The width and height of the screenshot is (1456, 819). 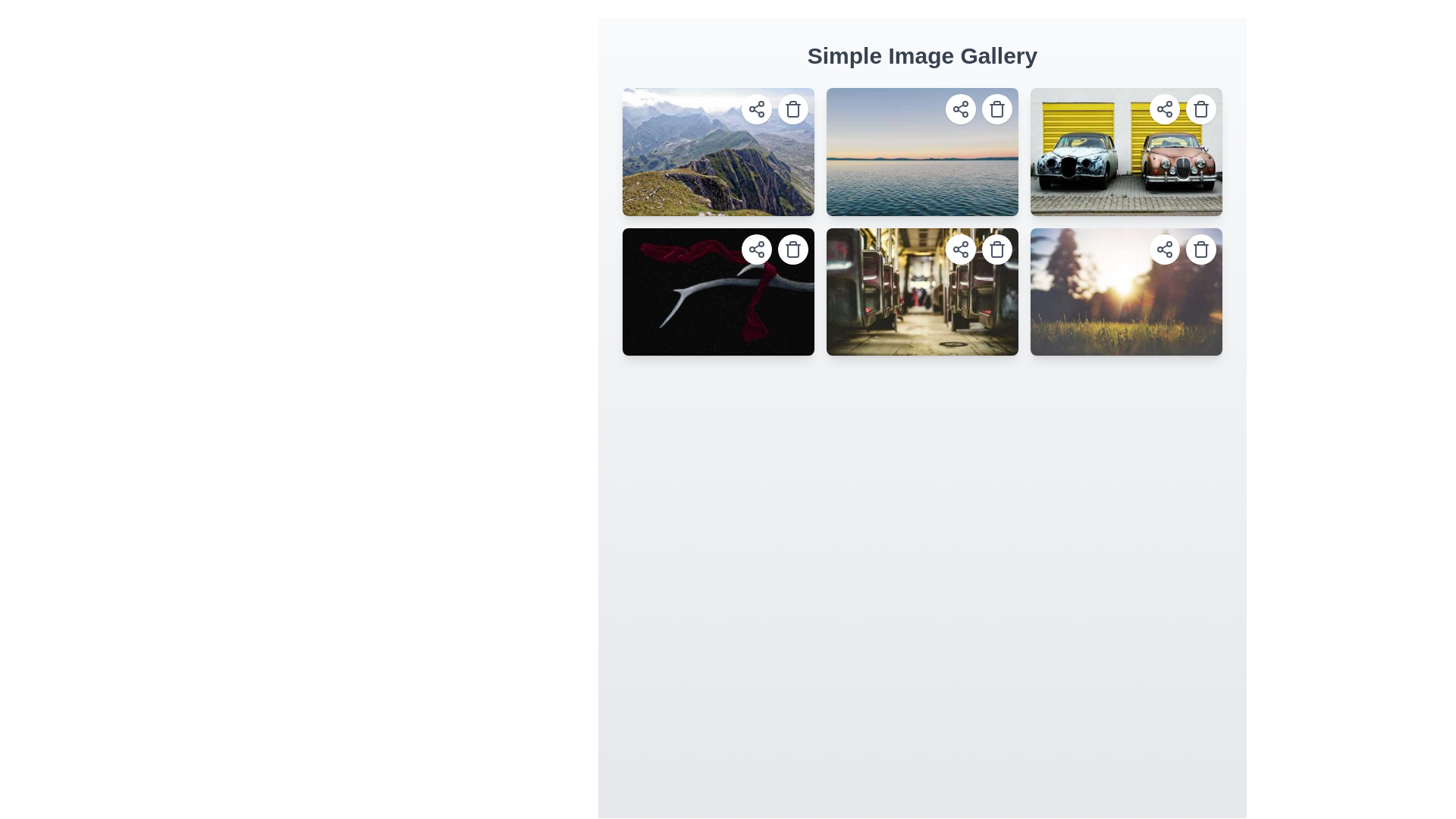 What do you see at coordinates (979, 247) in the screenshot?
I see `the delete button located at the top-right corner of the image in the second row, third column of the gallery grid` at bounding box center [979, 247].